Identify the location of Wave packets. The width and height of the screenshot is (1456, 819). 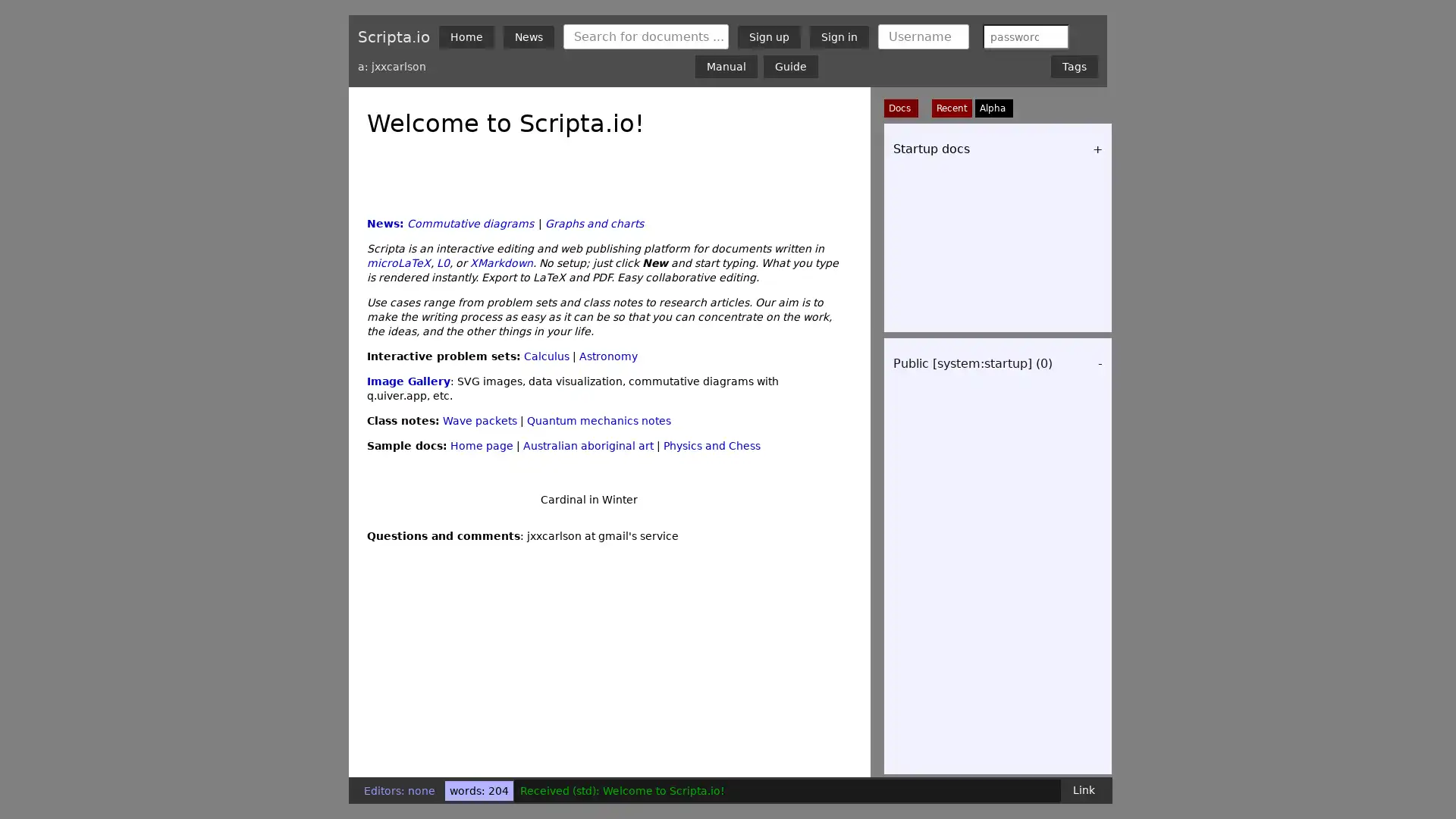
(479, 537).